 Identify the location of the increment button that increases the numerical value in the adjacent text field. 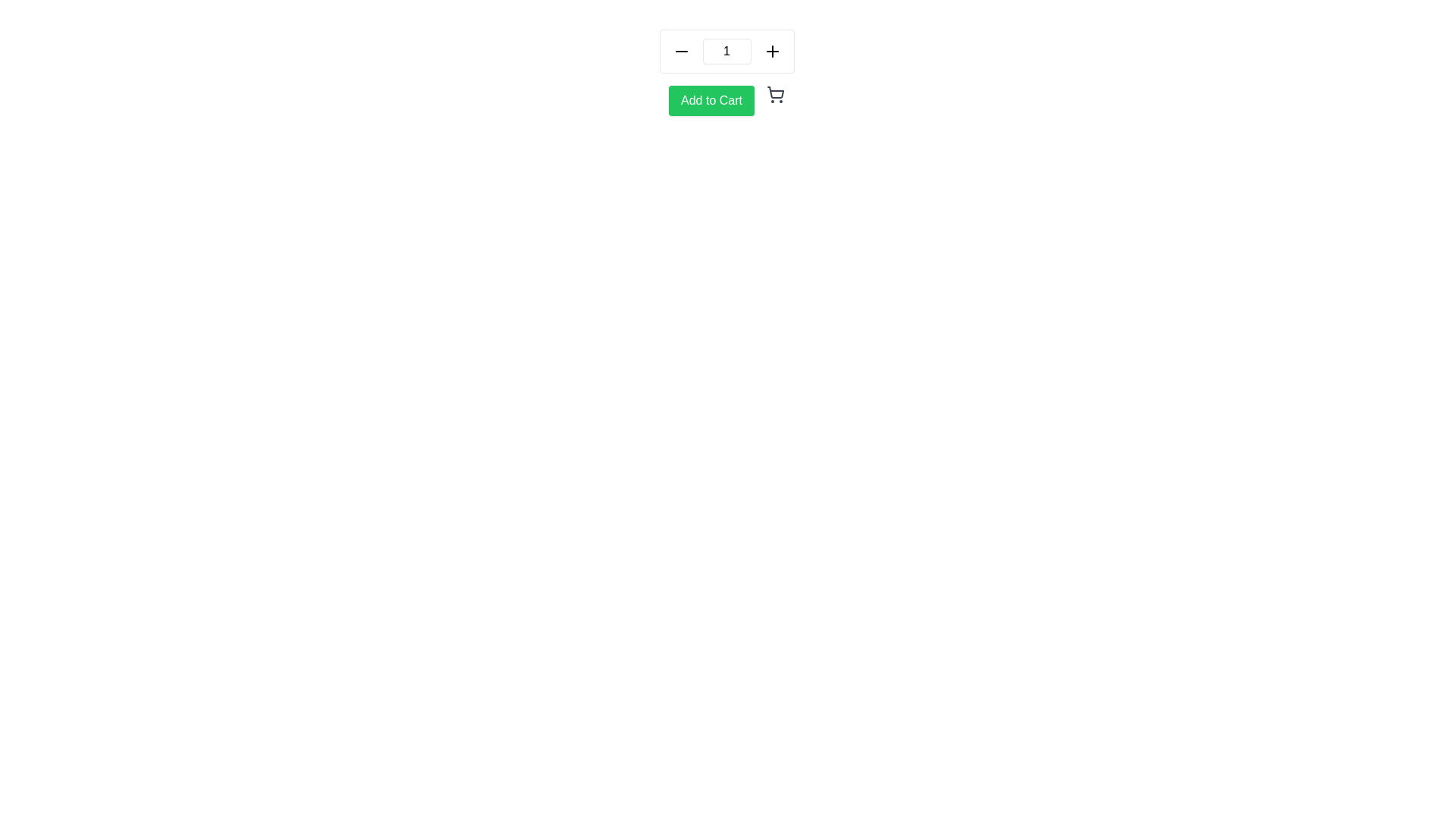
(772, 51).